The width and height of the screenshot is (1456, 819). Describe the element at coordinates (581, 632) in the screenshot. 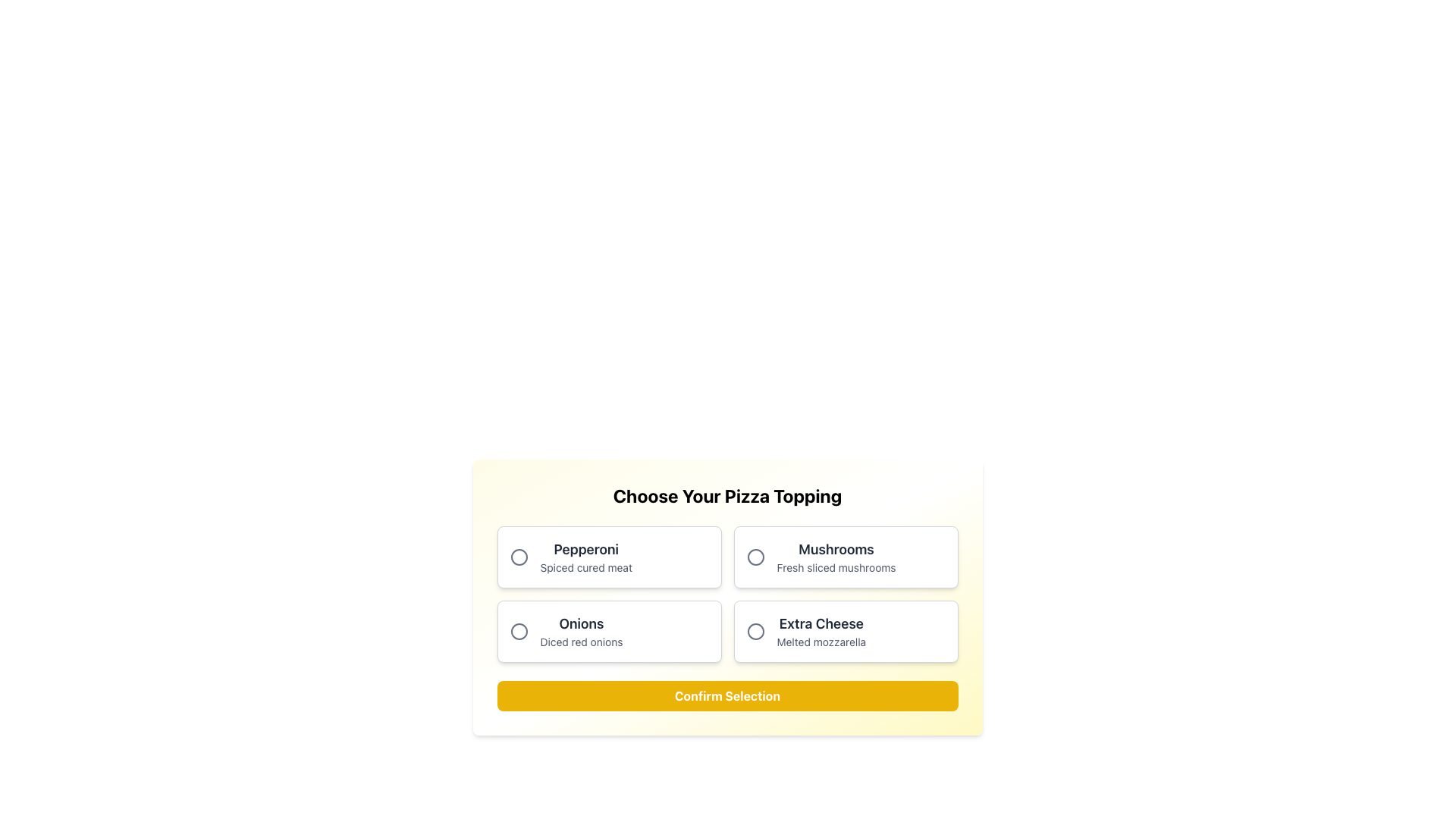

I see `description of the 'Onions' textual label, which contains the label in bold and a description in smaller text` at that location.